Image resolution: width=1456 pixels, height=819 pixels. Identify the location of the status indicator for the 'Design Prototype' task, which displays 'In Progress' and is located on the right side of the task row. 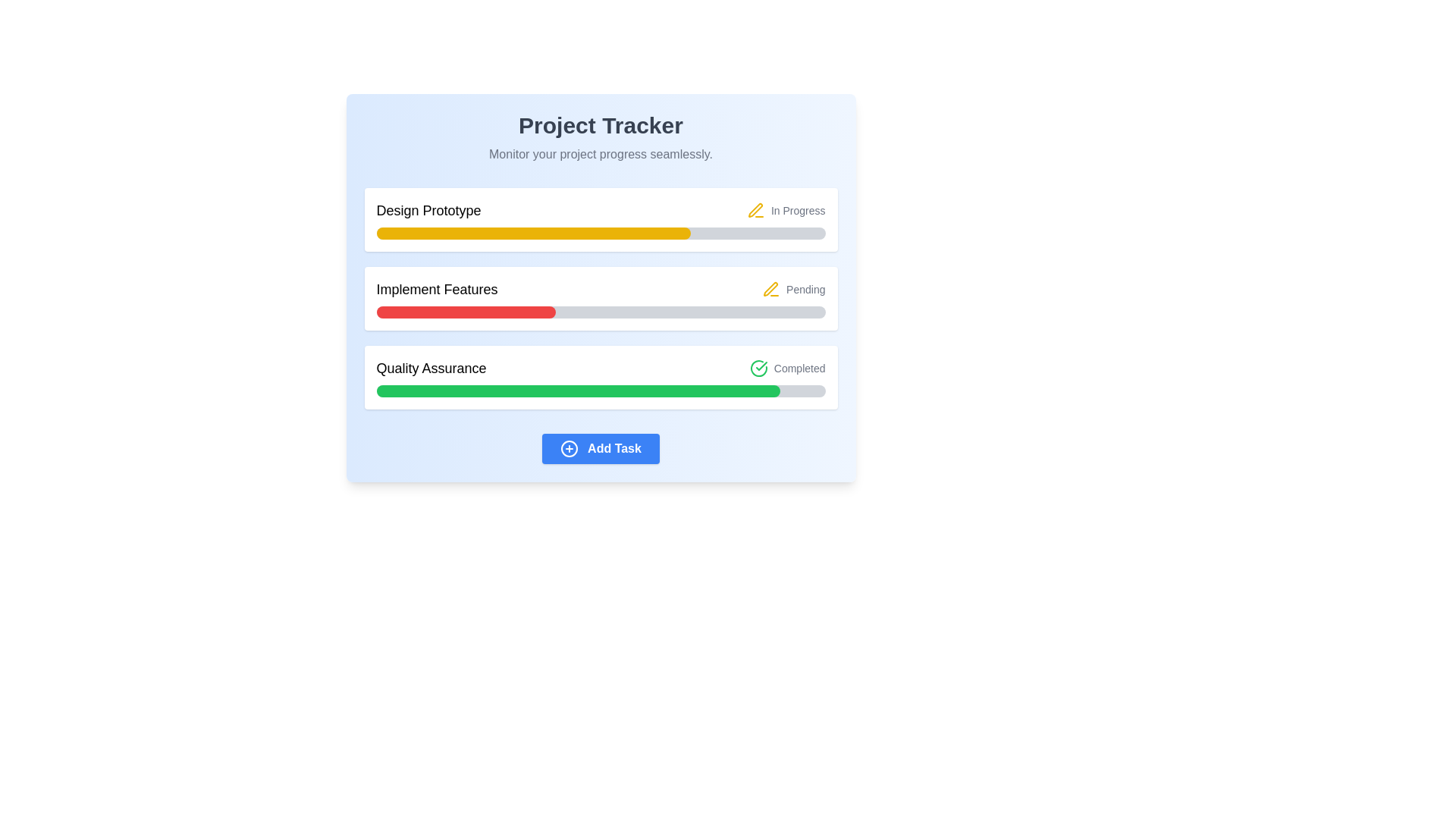
(786, 210).